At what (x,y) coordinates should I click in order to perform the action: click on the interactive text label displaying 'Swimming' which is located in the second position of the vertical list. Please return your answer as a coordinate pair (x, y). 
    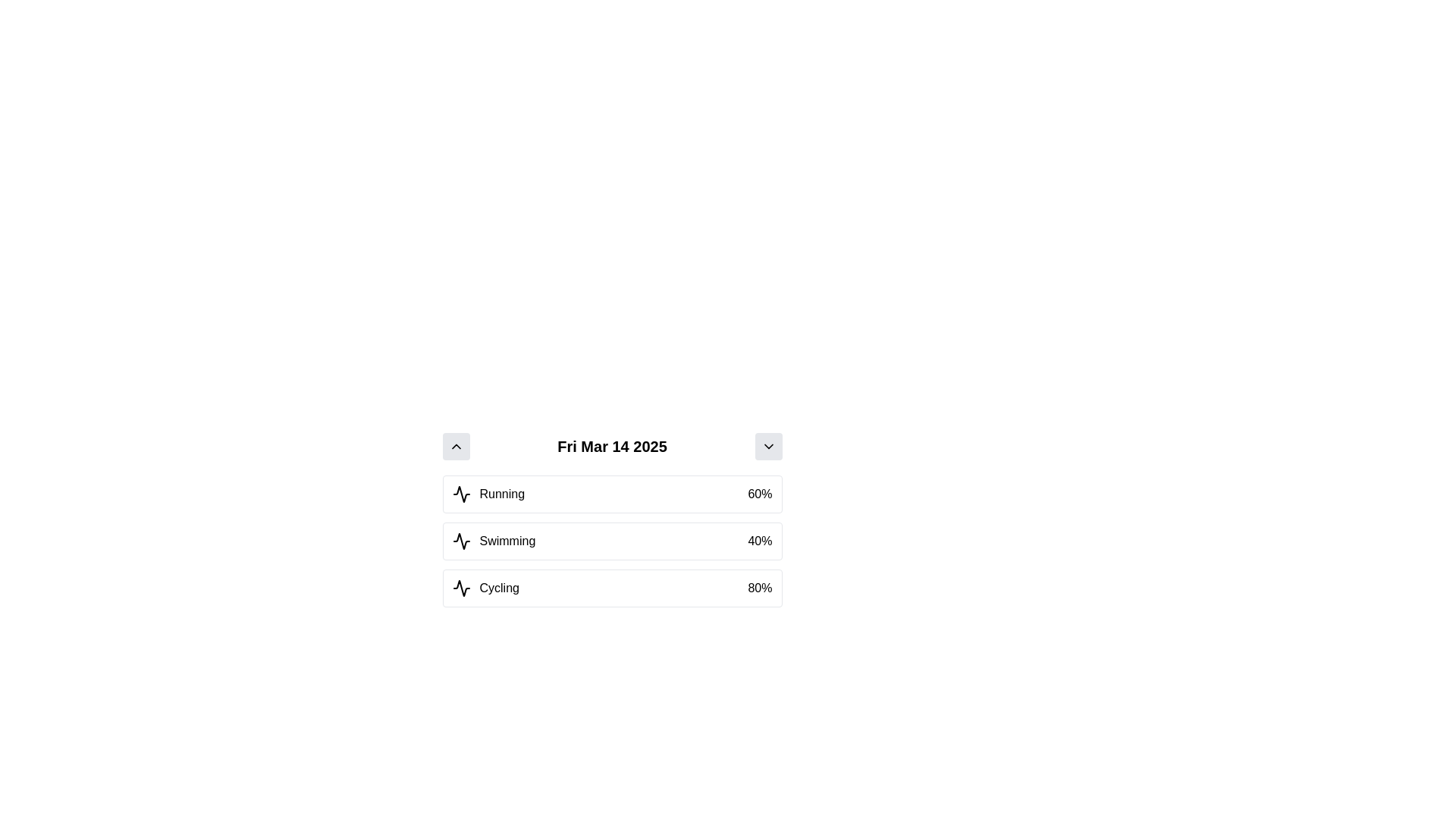
    Looking at the image, I should click on (507, 540).